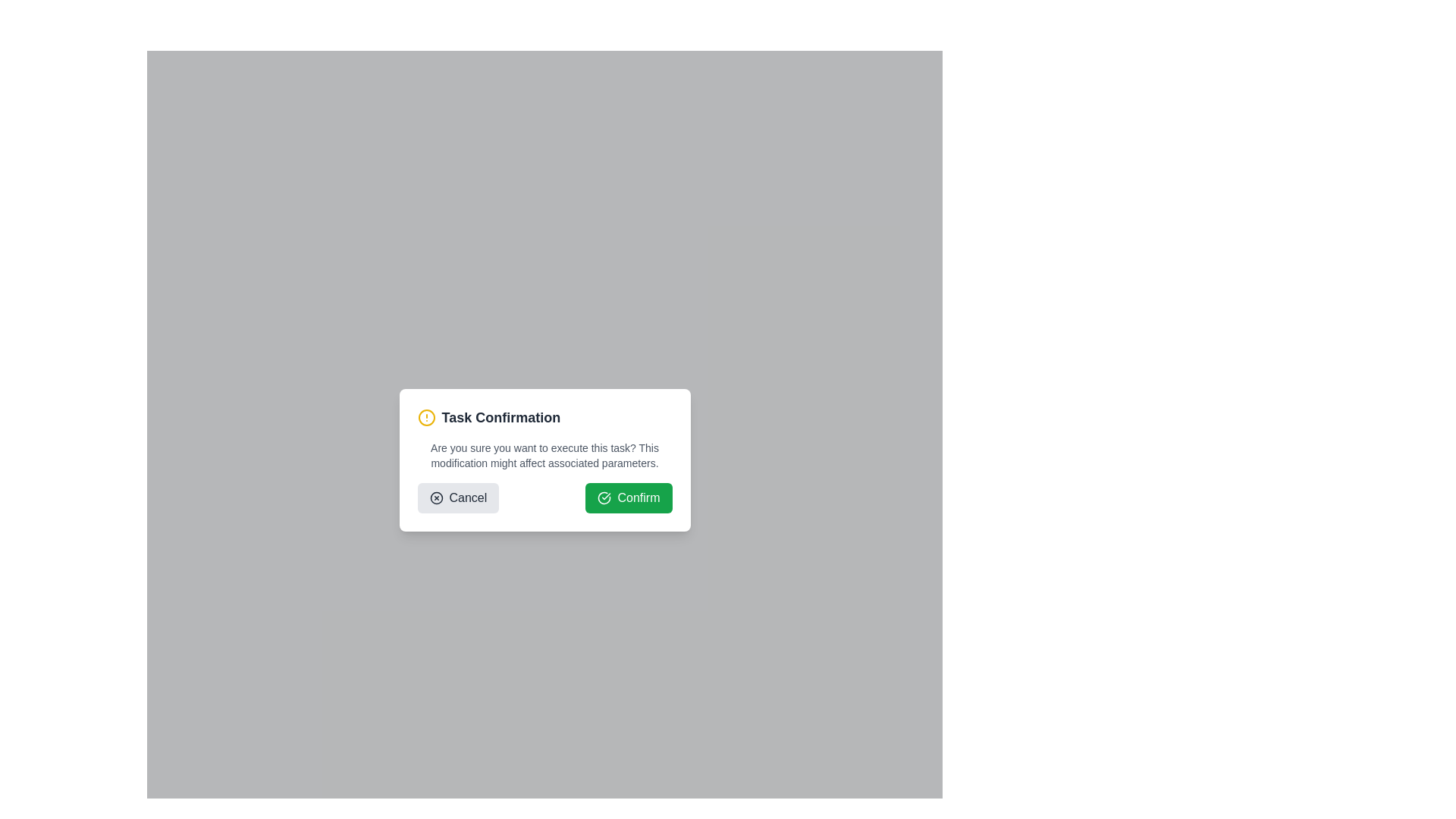 This screenshot has height=819, width=1456. What do you see at coordinates (425, 418) in the screenshot?
I see `the alert icon located to the left of the 'Task Confirmation' heading in the modal dialog by focusing on its content` at bounding box center [425, 418].